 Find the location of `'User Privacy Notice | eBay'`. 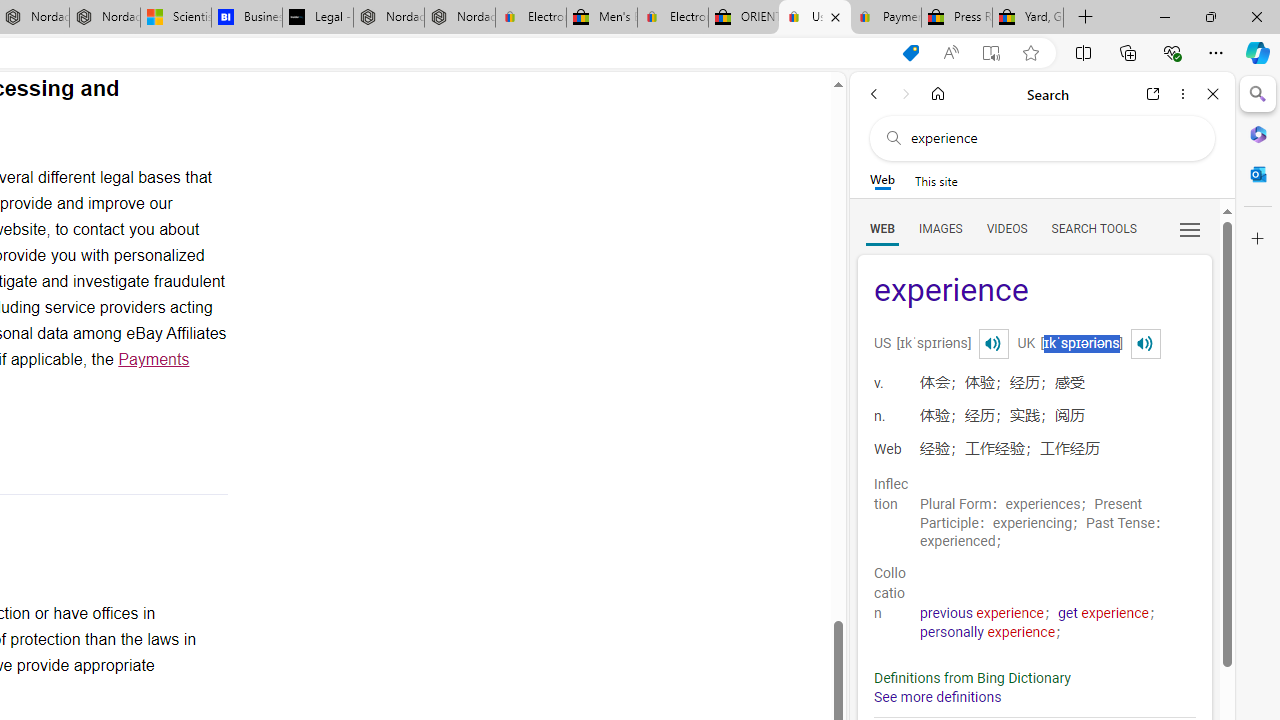

'User Privacy Notice | eBay' is located at coordinates (814, 17).